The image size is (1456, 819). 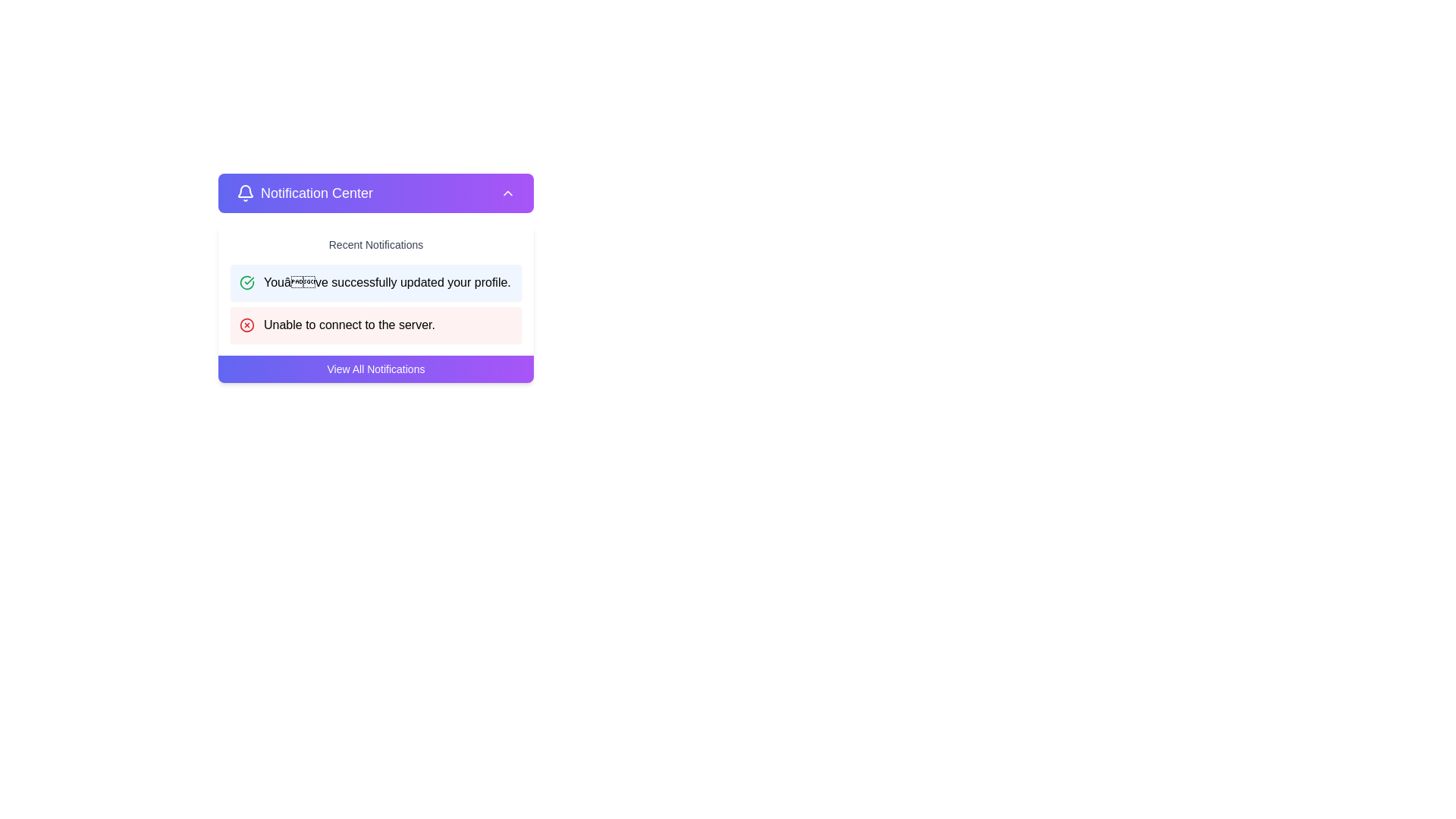 What do you see at coordinates (387, 283) in the screenshot?
I see `the text label that displays 'You've successfully updated your profile.' within the notification area under 'Recent Notifications.'` at bounding box center [387, 283].